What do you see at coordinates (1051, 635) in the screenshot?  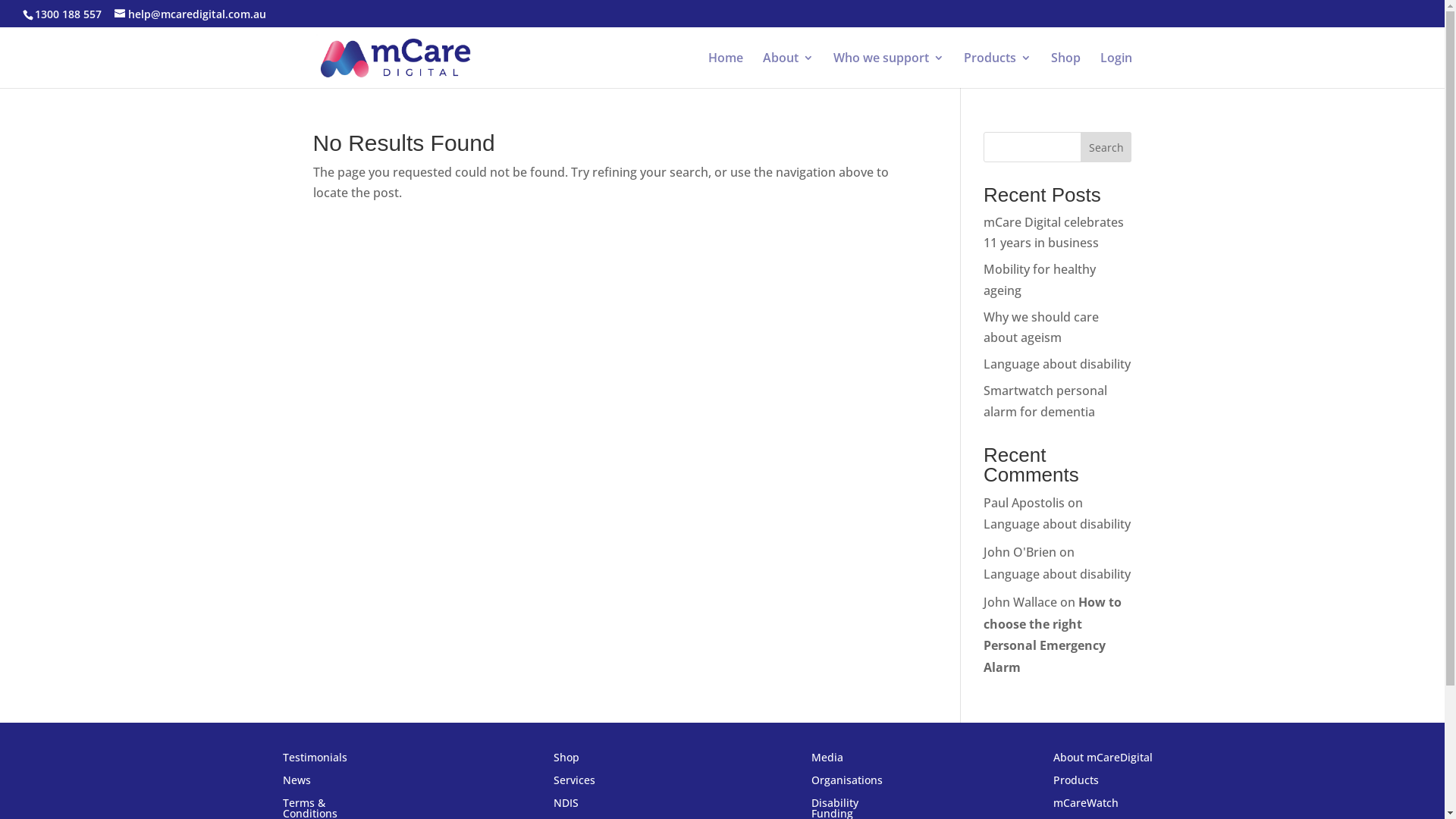 I see `'How to choose the right Personal Emergency Alarm'` at bounding box center [1051, 635].